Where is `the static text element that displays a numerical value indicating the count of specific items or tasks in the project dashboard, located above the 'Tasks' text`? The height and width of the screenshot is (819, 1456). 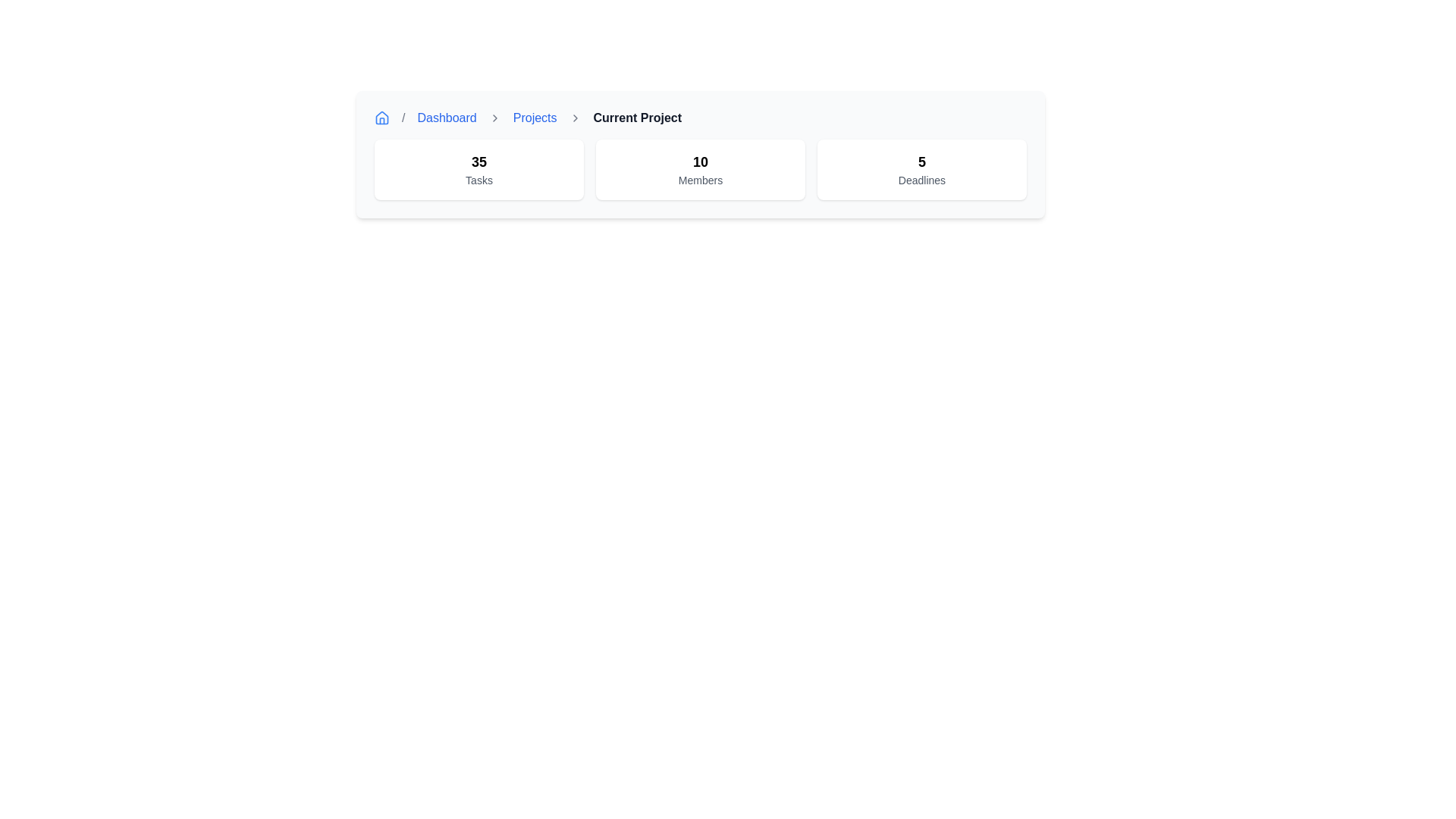 the static text element that displays a numerical value indicating the count of specific items or tasks in the project dashboard, located above the 'Tasks' text is located at coordinates (479, 162).